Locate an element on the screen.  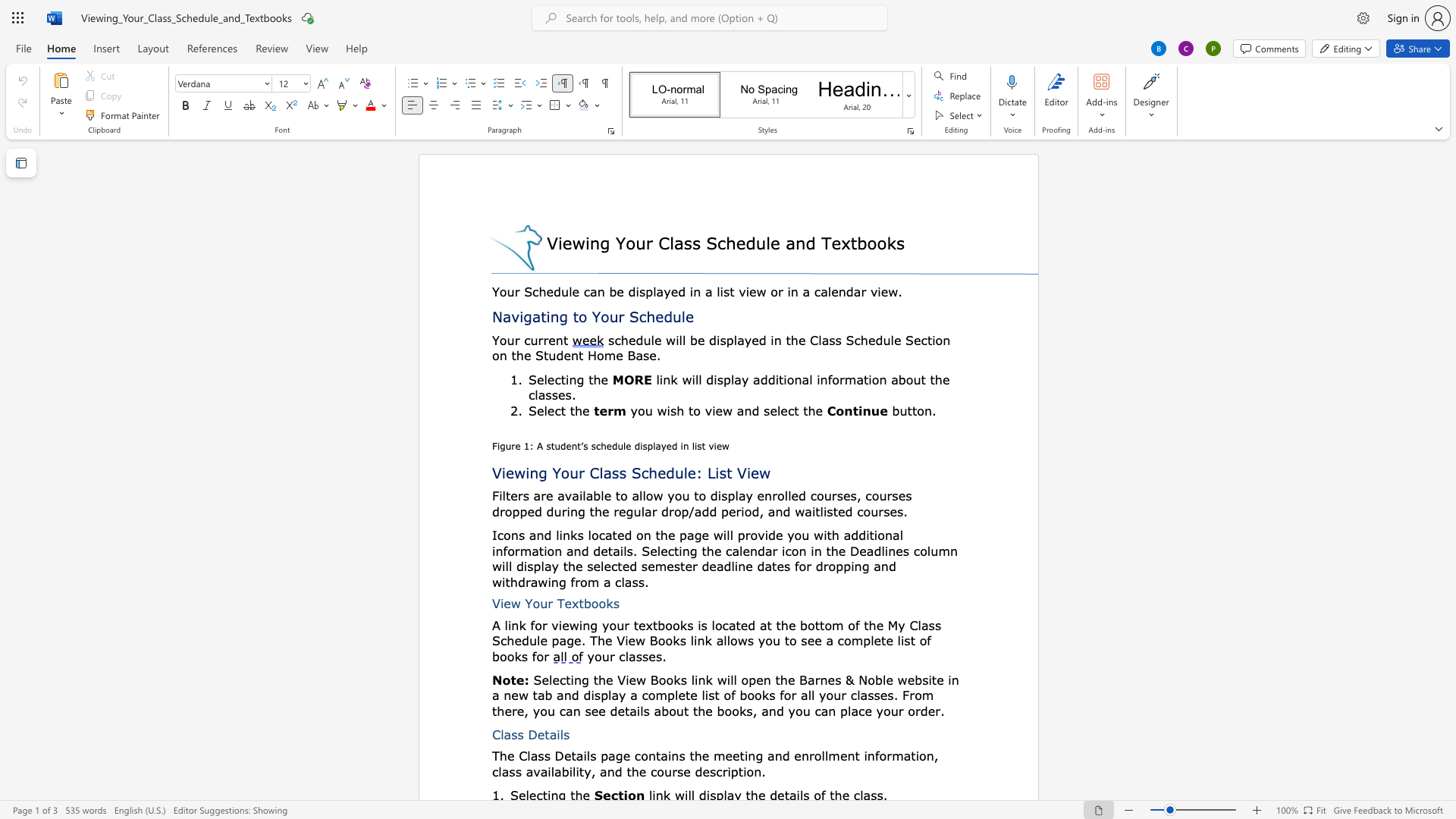
the 1th character "t" in the text is located at coordinates (565, 339).